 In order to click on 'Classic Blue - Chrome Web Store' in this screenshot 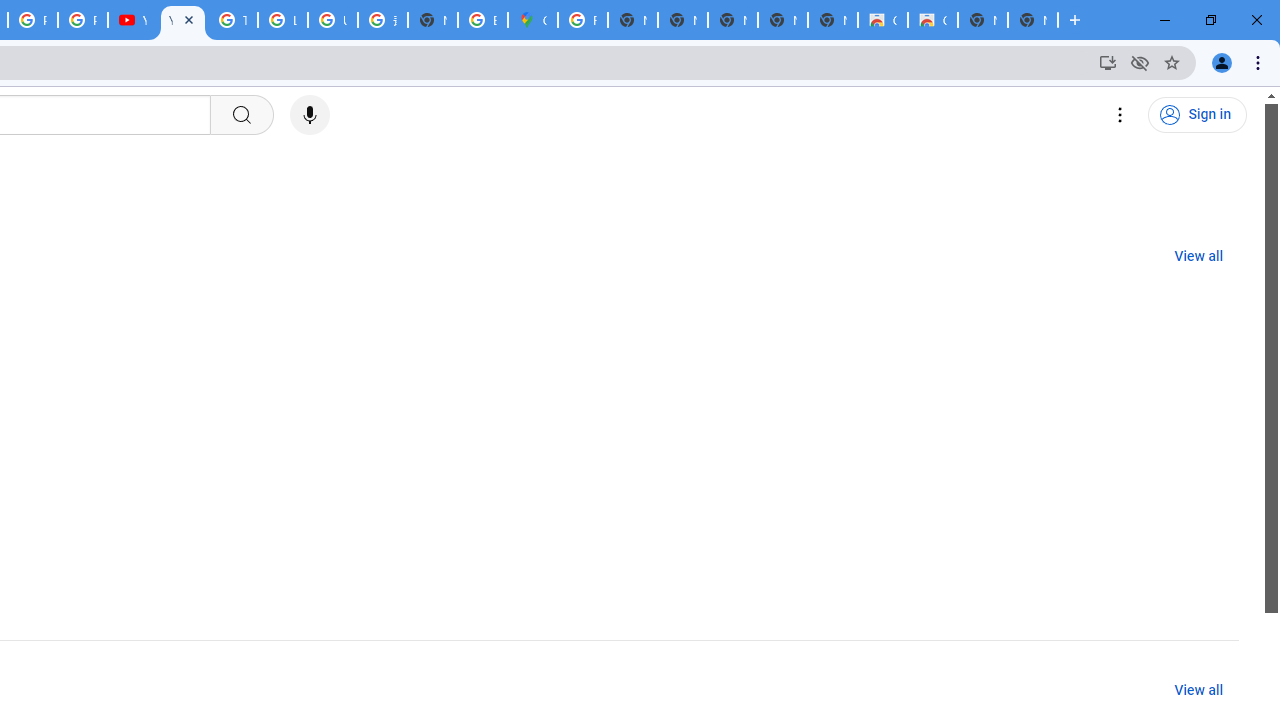, I will do `click(931, 20)`.